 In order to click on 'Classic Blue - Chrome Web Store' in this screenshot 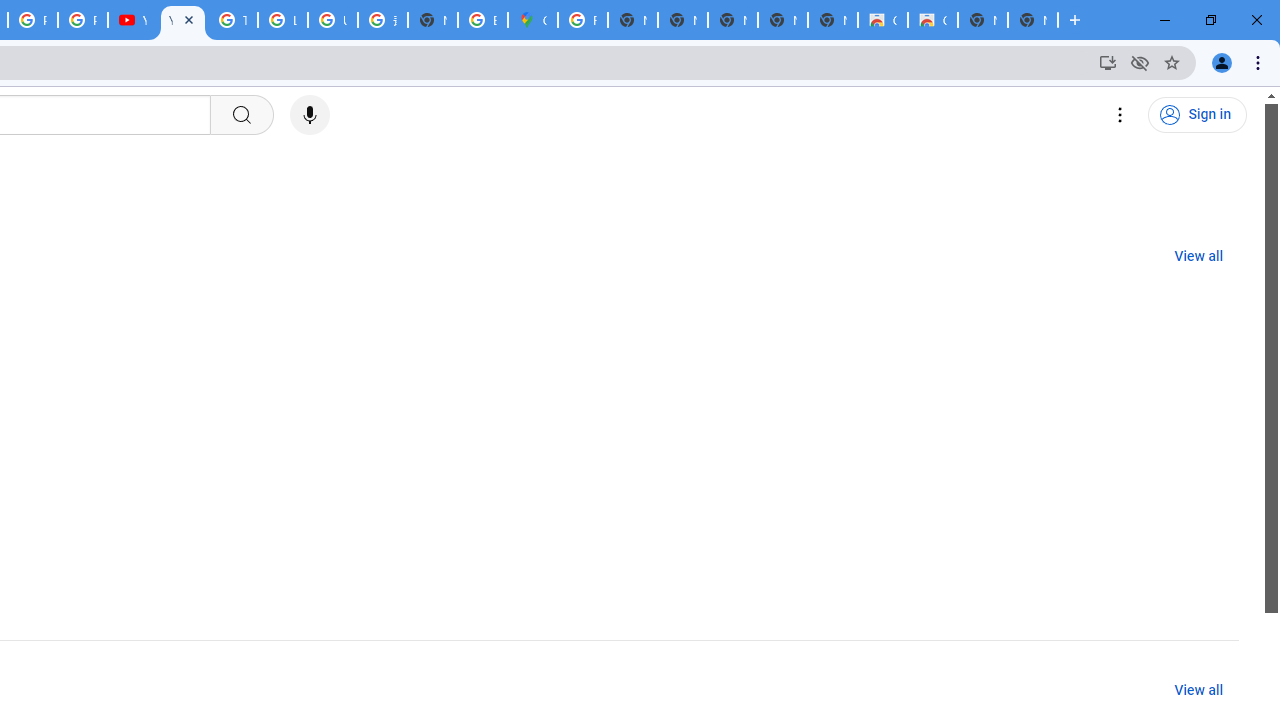, I will do `click(931, 20)`.